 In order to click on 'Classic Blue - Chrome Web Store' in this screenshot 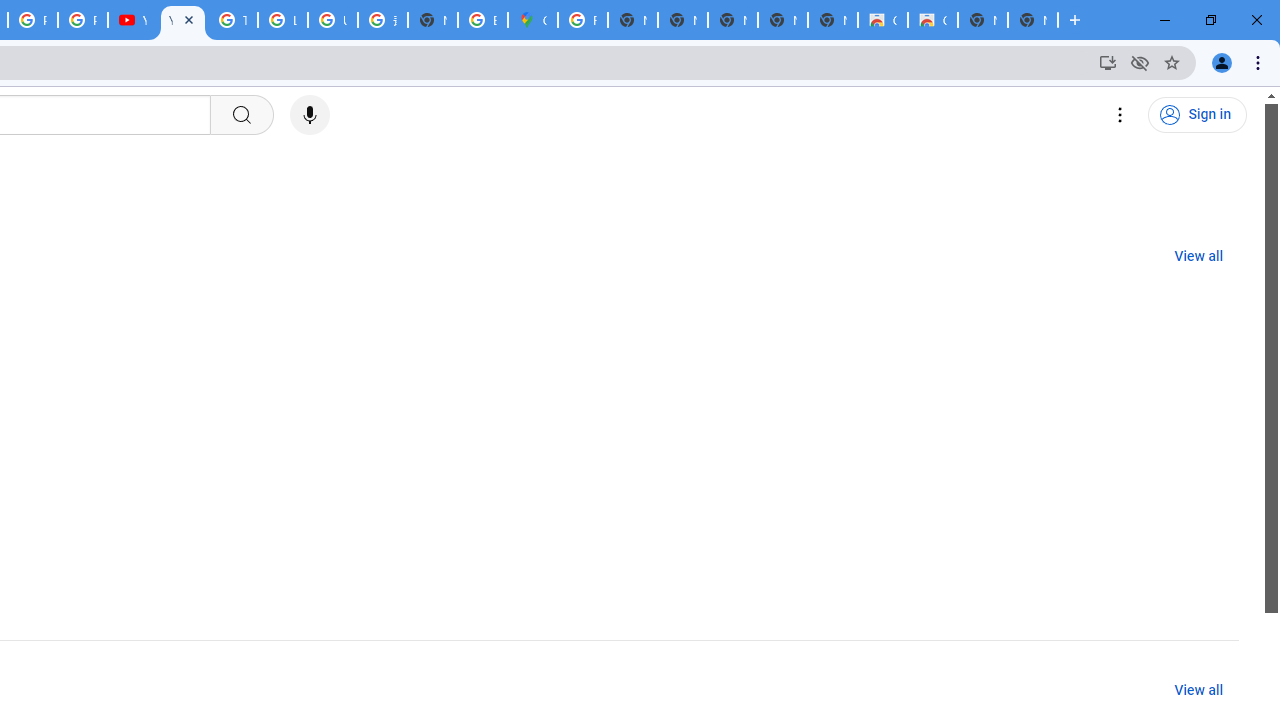, I will do `click(931, 20)`.